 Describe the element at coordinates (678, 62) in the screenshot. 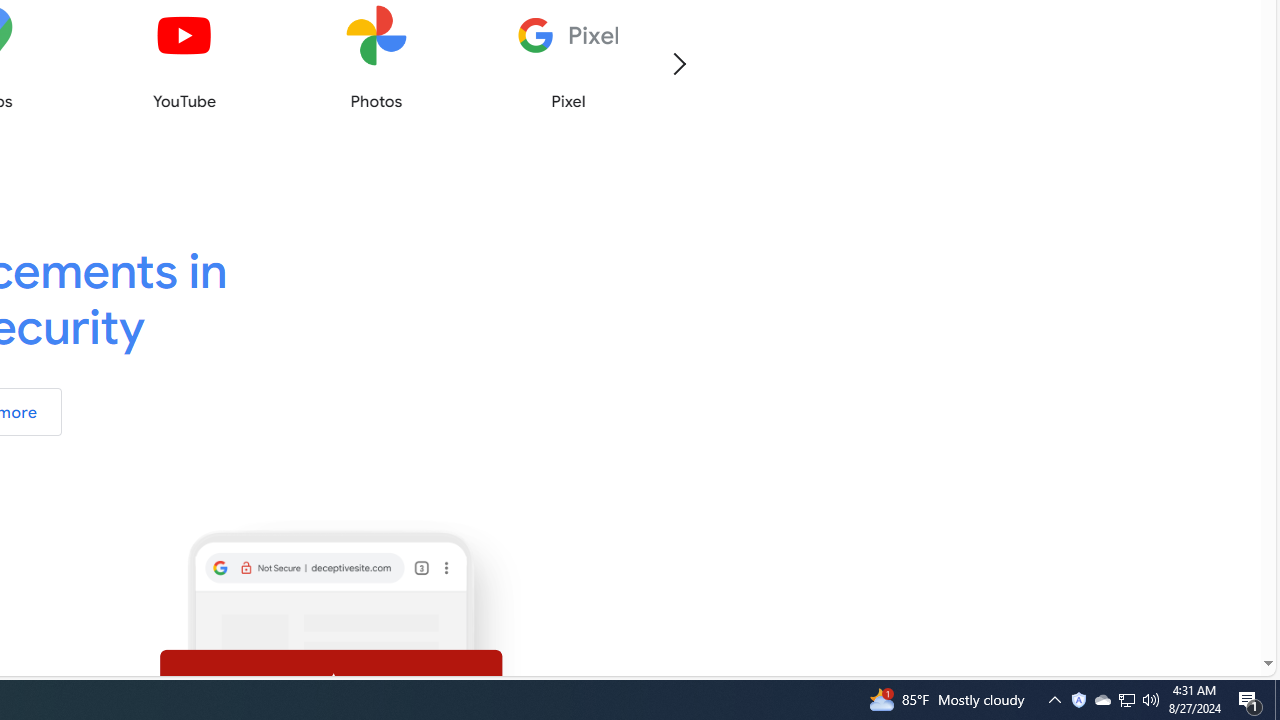

I see `'Next'` at that location.